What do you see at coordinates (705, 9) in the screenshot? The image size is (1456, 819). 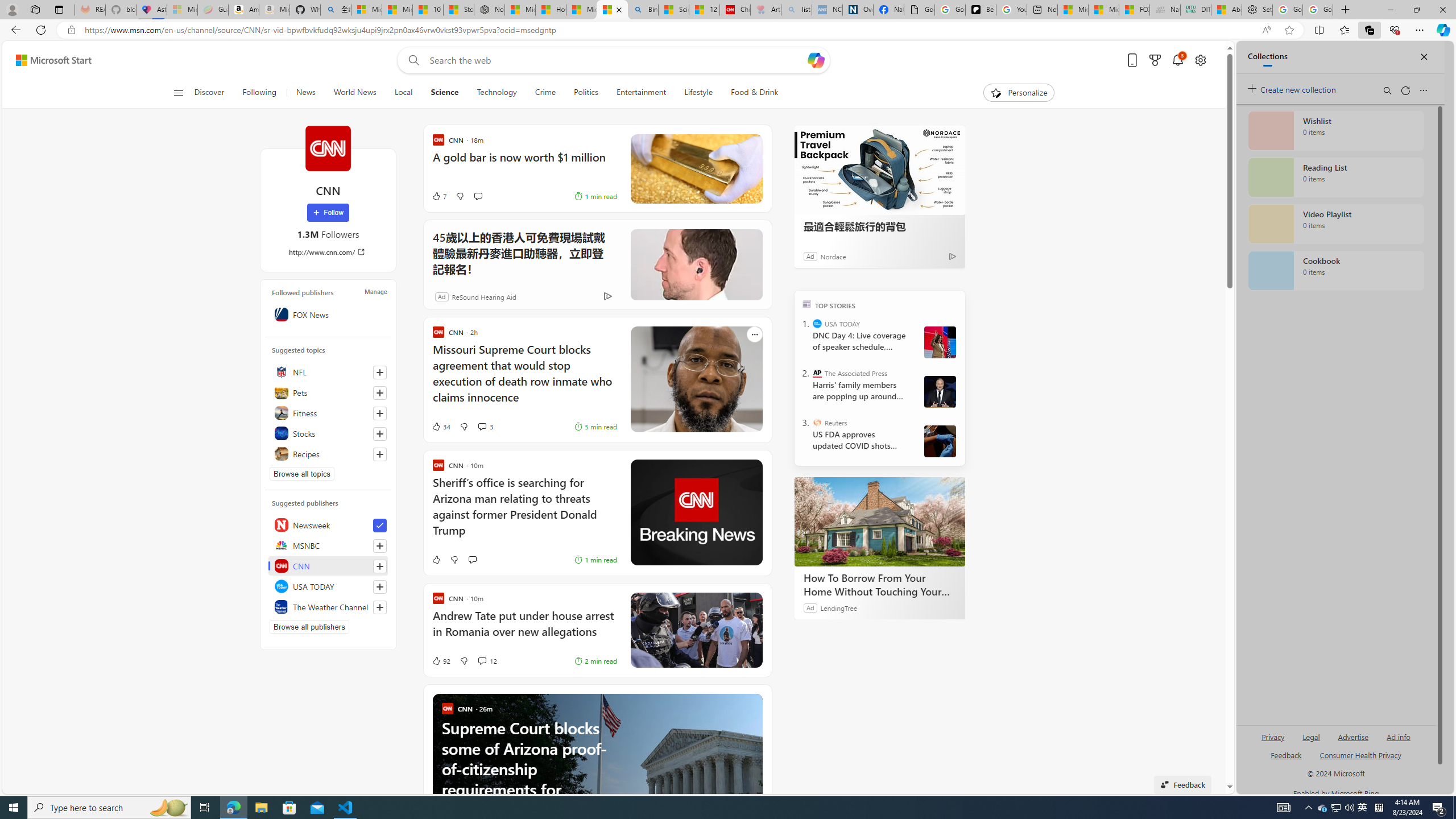 I see `'12 Popular Science Lies that Must be Corrected'` at bounding box center [705, 9].